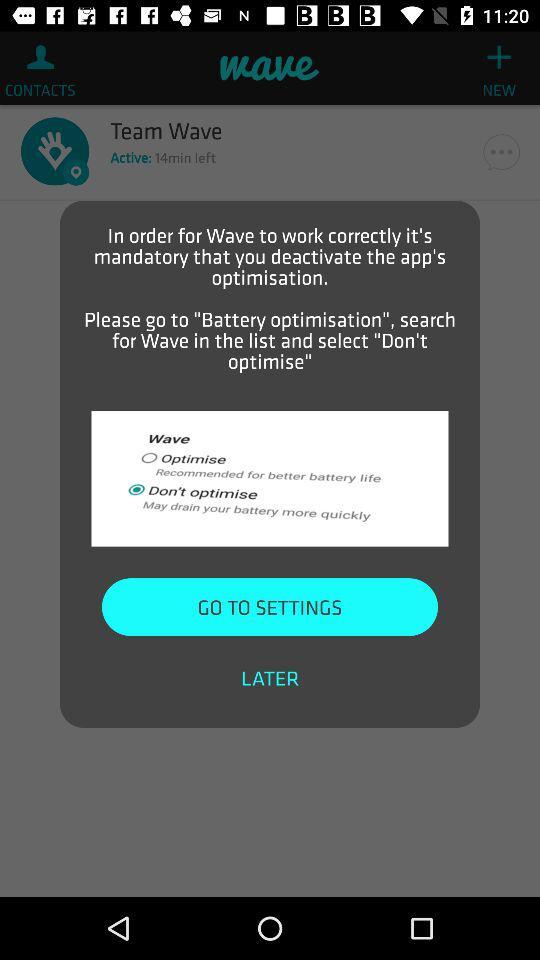 The image size is (540, 960). What do you see at coordinates (270, 678) in the screenshot?
I see `item below the go to settings icon` at bounding box center [270, 678].